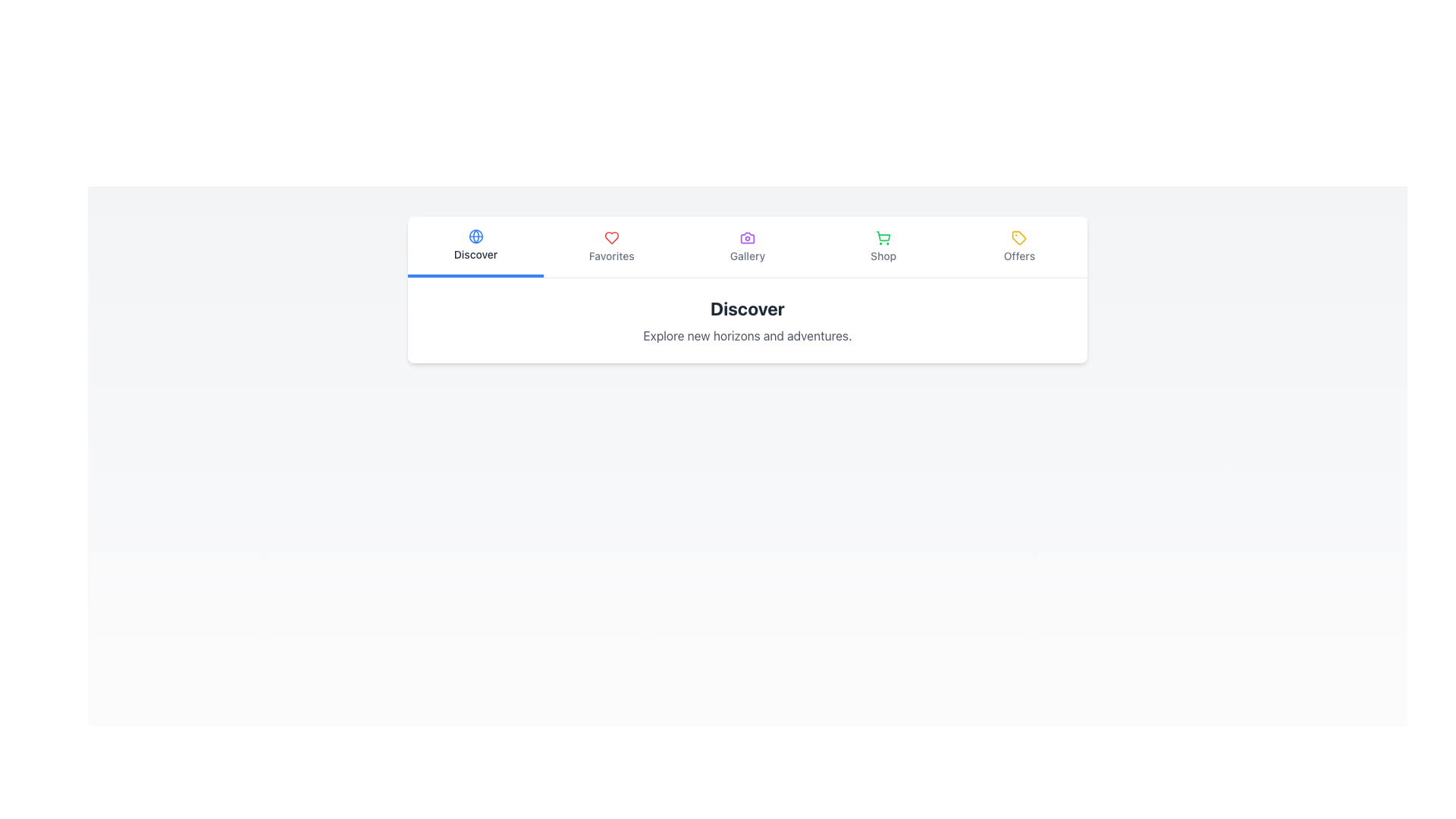 This screenshot has height=819, width=1456. I want to click on the descriptive subtitle text element located beneath the main heading 'Discover', which provides additional context, so click(747, 335).